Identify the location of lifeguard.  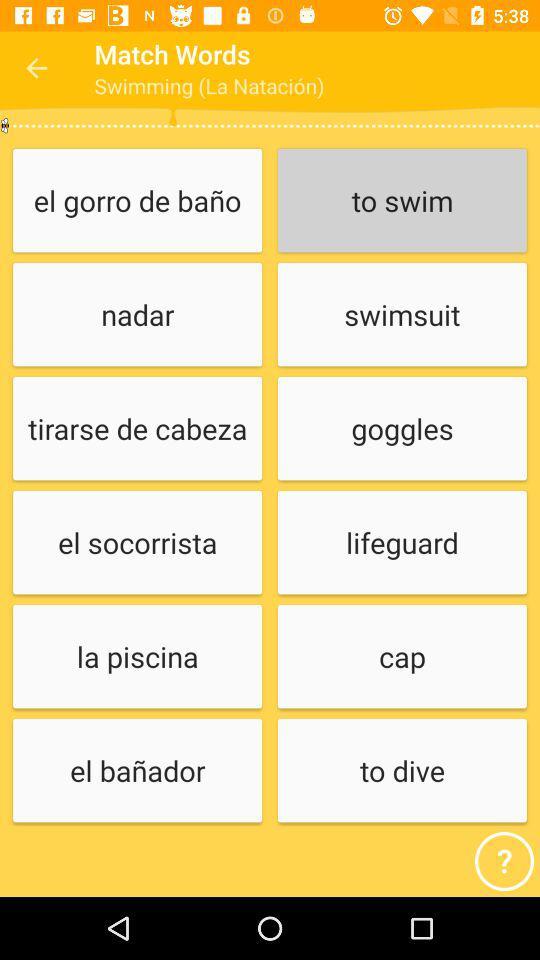
(402, 543).